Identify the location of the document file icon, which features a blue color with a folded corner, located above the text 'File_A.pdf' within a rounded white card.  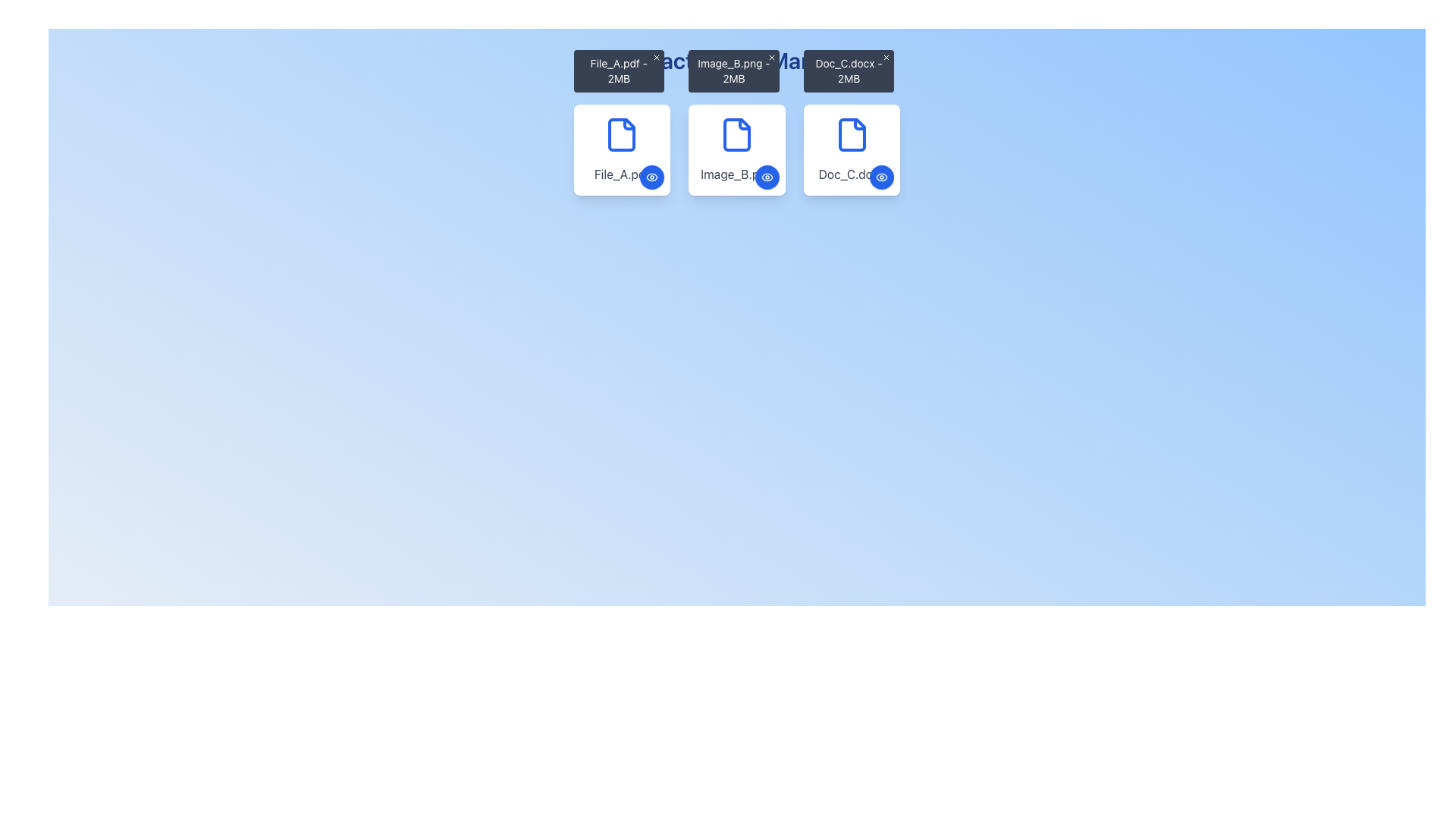
(622, 133).